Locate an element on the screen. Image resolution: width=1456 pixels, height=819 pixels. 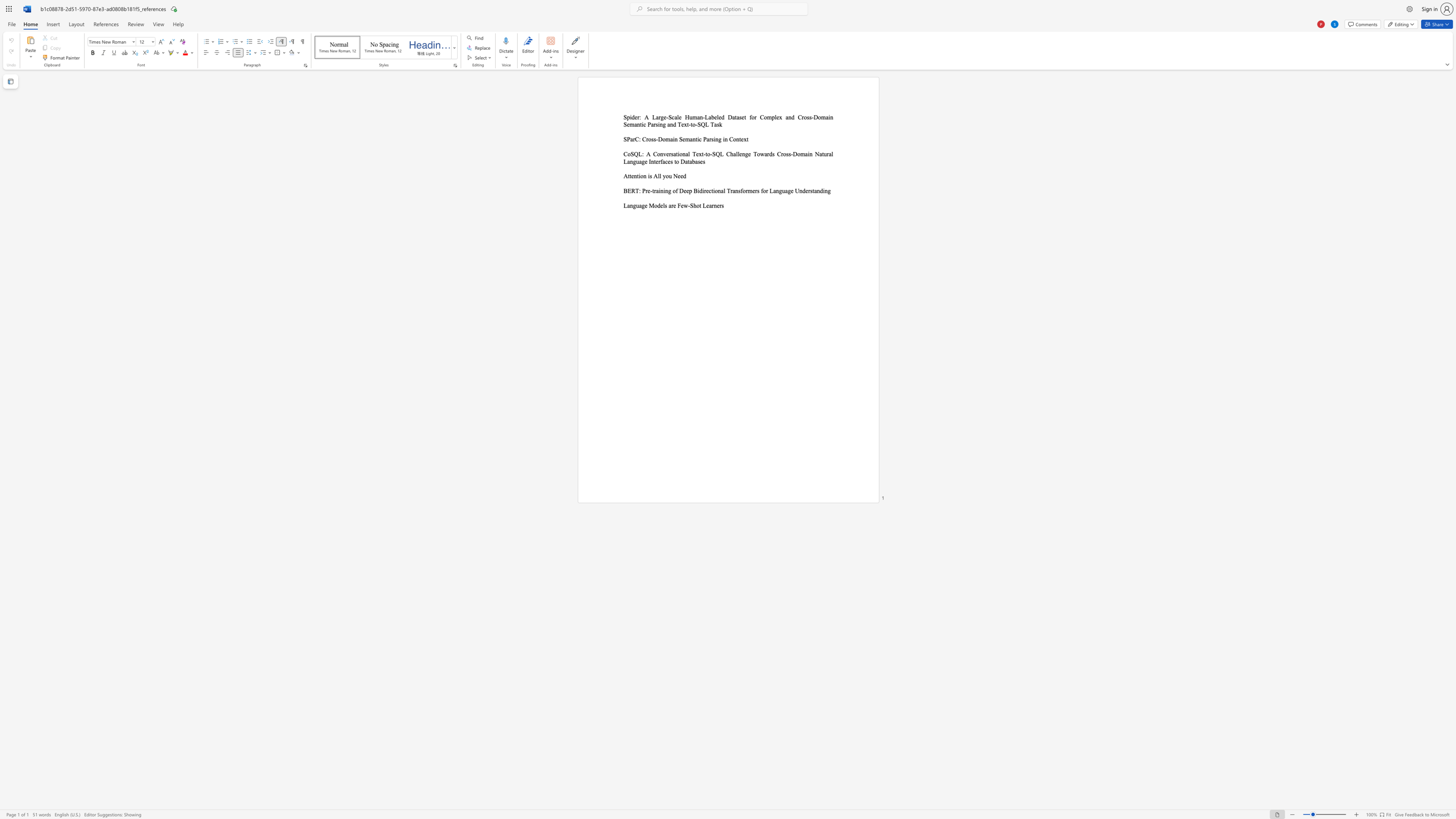
the subset text "ners" within the text "Language Models are Few-Shot Learners" is located at coordinates (713, 205).